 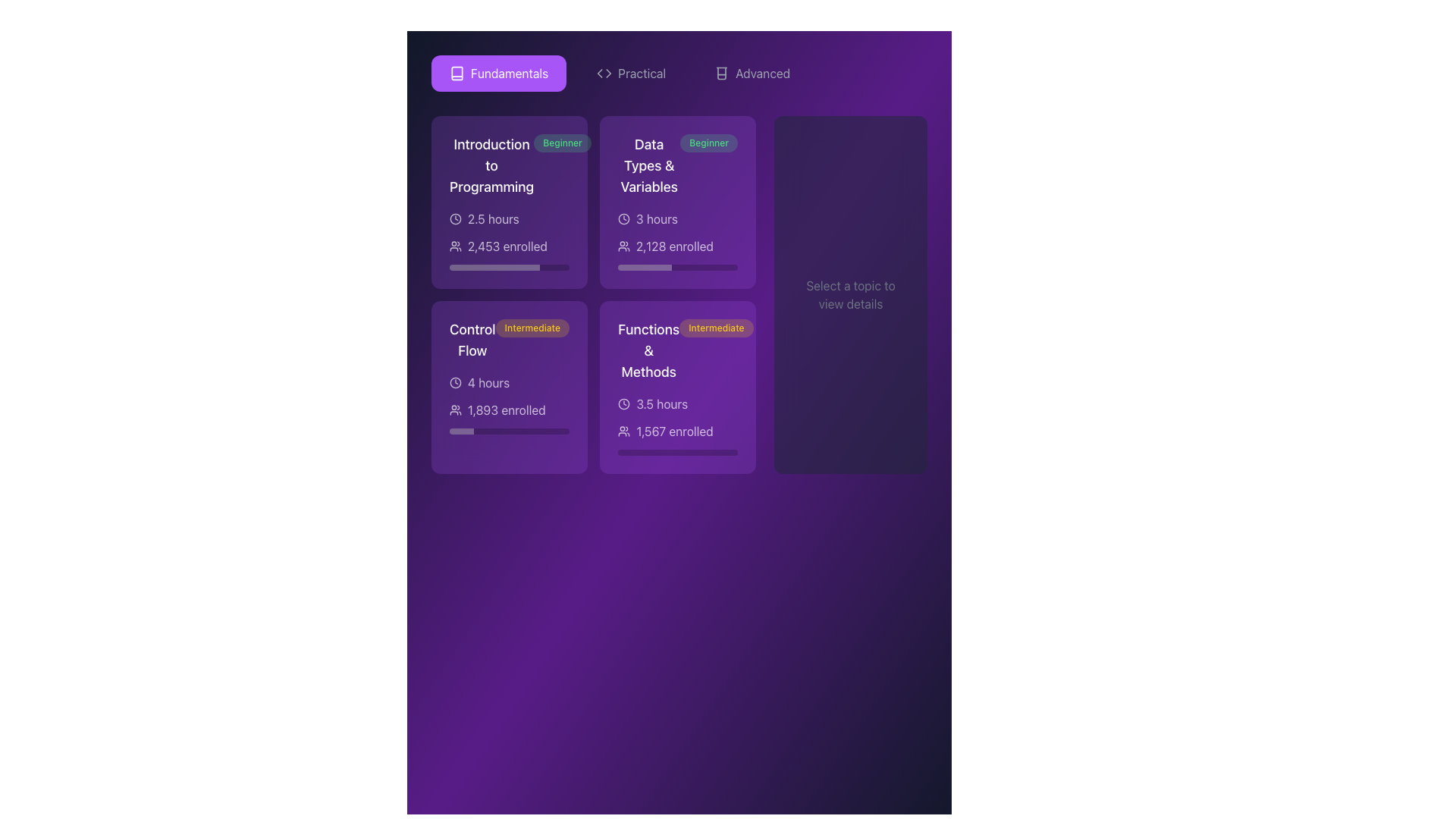 I want to click on the 'Advanced' label located at the top-right area of the interface, so click(x=763, y=73).